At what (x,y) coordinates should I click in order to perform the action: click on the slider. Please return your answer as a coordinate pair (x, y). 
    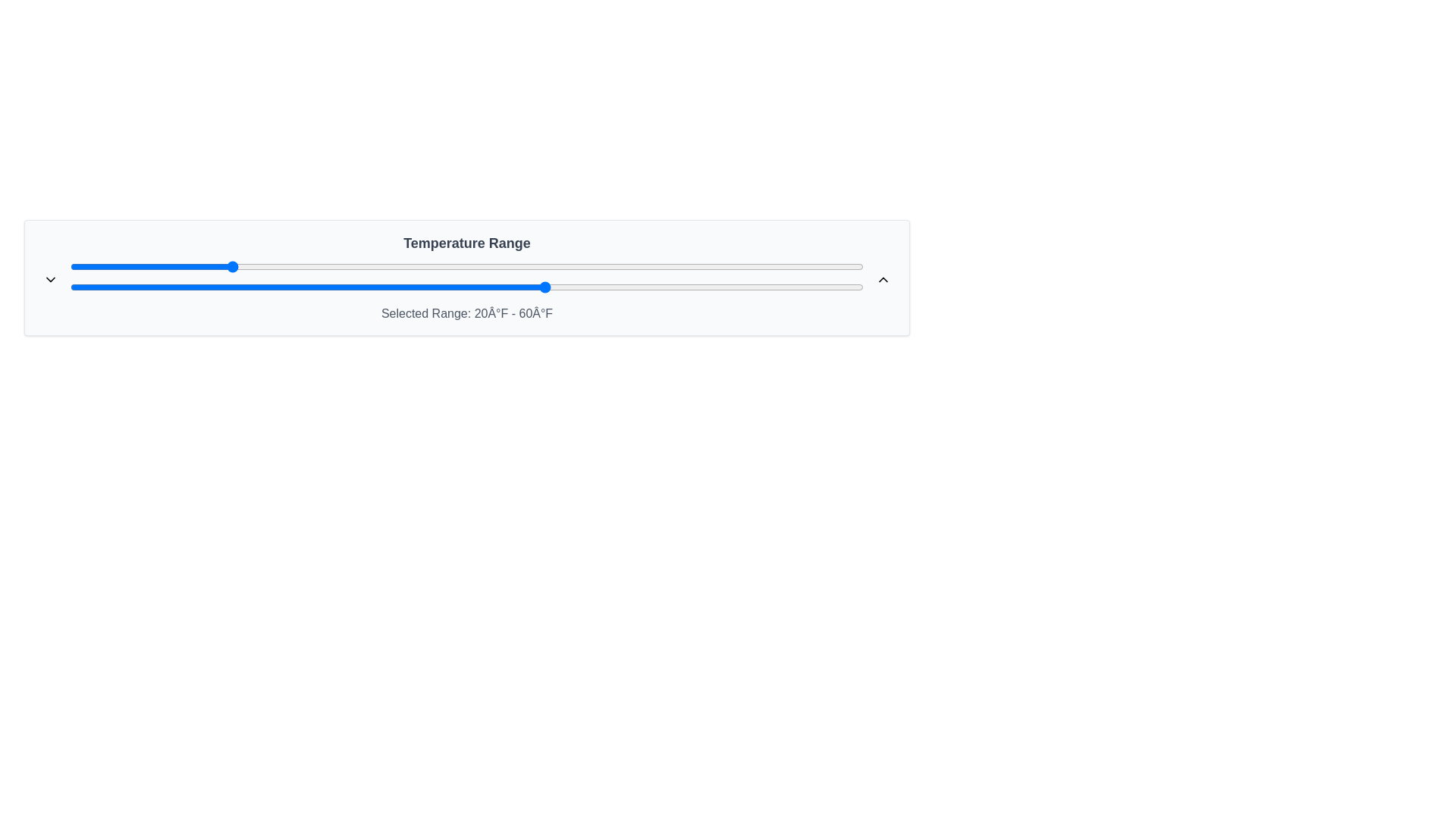
    Looking at the image, I should click on (85, 287).